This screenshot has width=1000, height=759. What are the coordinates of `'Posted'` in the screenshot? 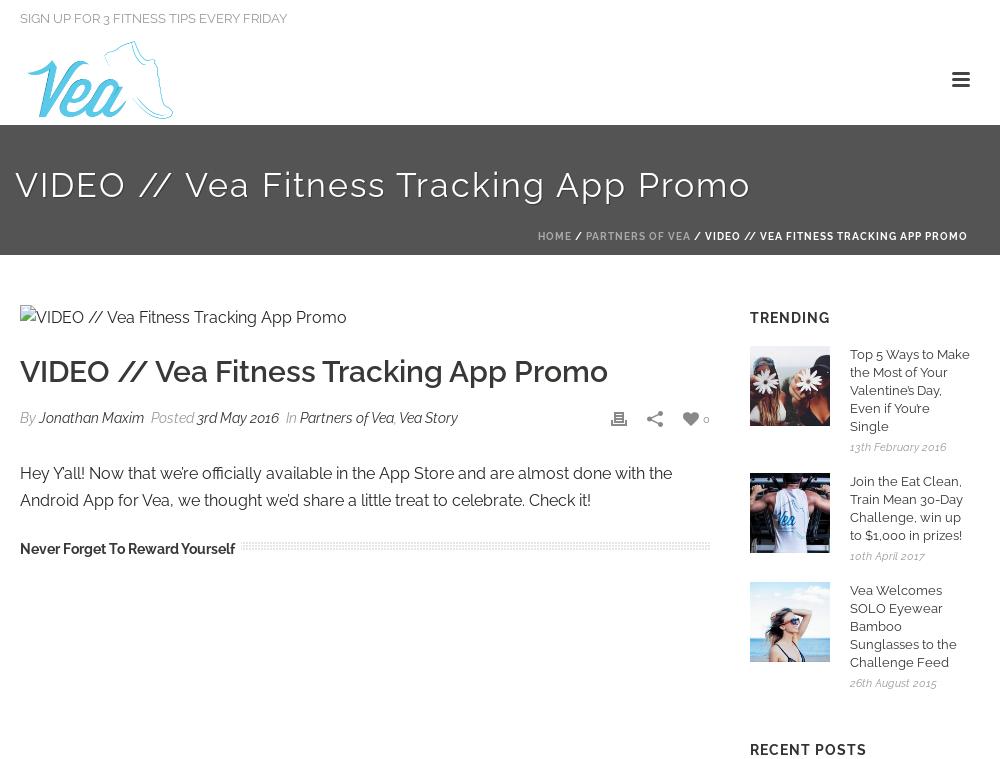 It's located at (172, 416).